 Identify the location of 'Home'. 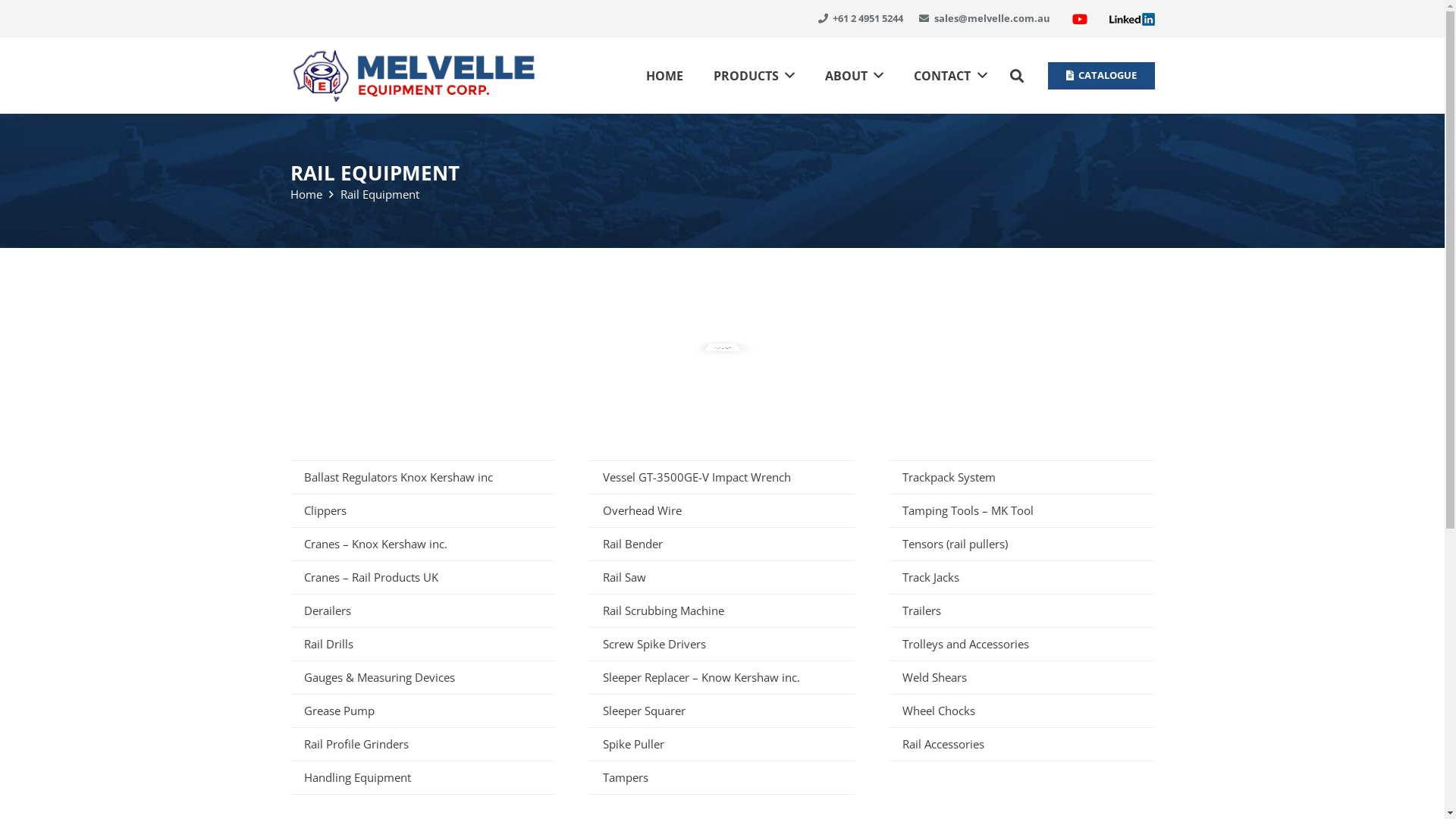
(290, 193).